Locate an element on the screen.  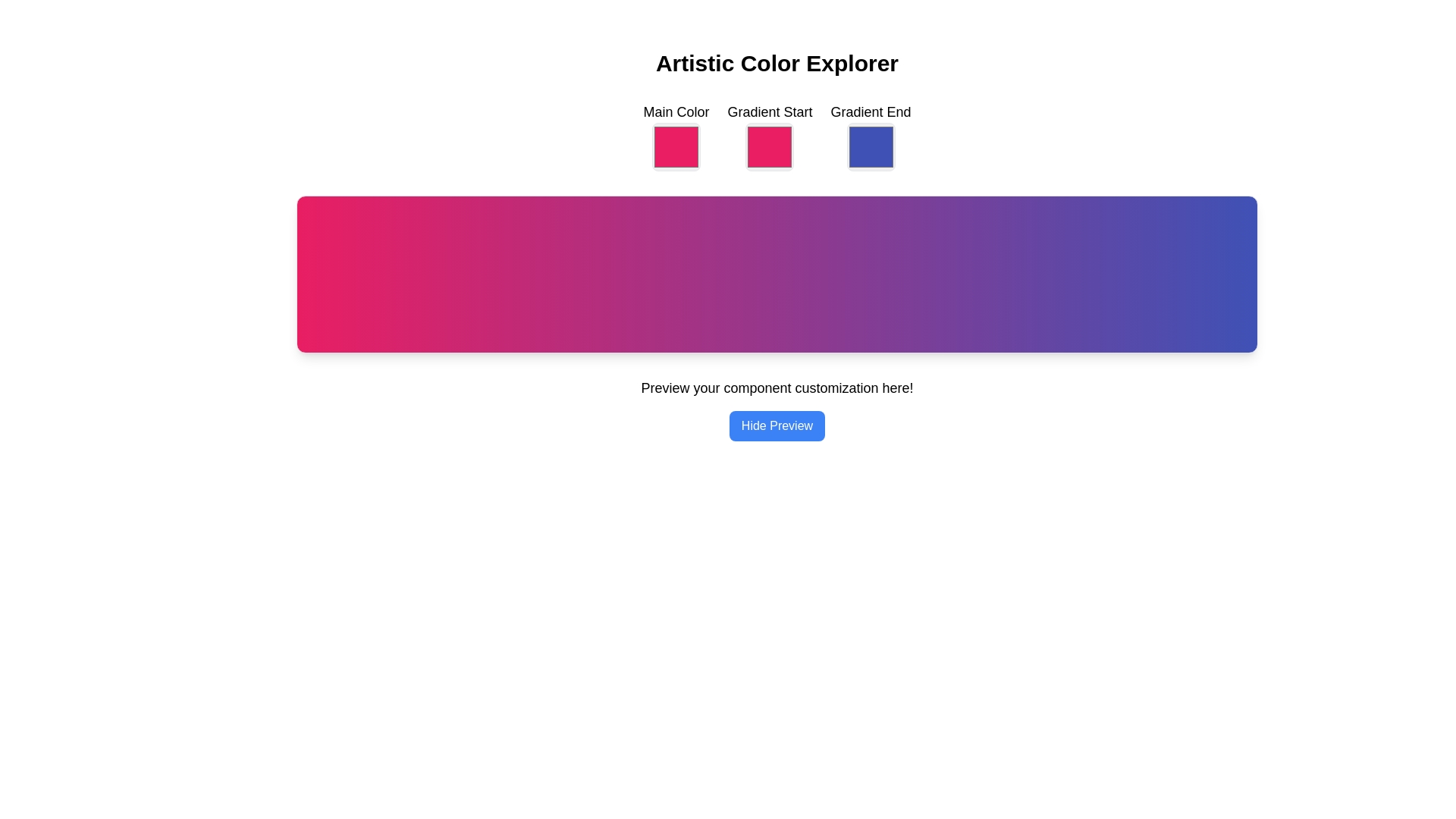
the 'Gradient Start' text label, which is a medium-weight header positioned above the gradient color picking section is located at coordinates (770, 111).